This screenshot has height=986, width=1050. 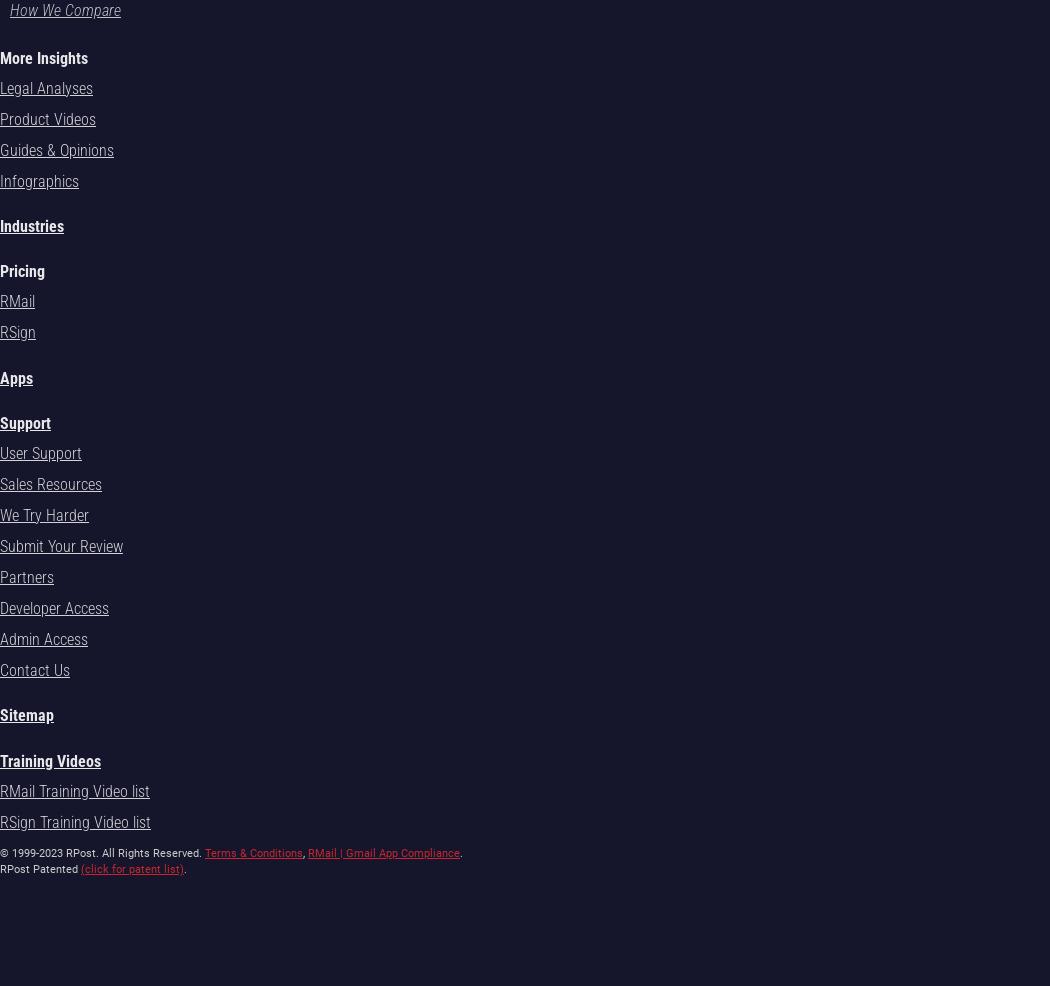 I want to click on 'RMail Training Video list', so click(x=73, y=790).